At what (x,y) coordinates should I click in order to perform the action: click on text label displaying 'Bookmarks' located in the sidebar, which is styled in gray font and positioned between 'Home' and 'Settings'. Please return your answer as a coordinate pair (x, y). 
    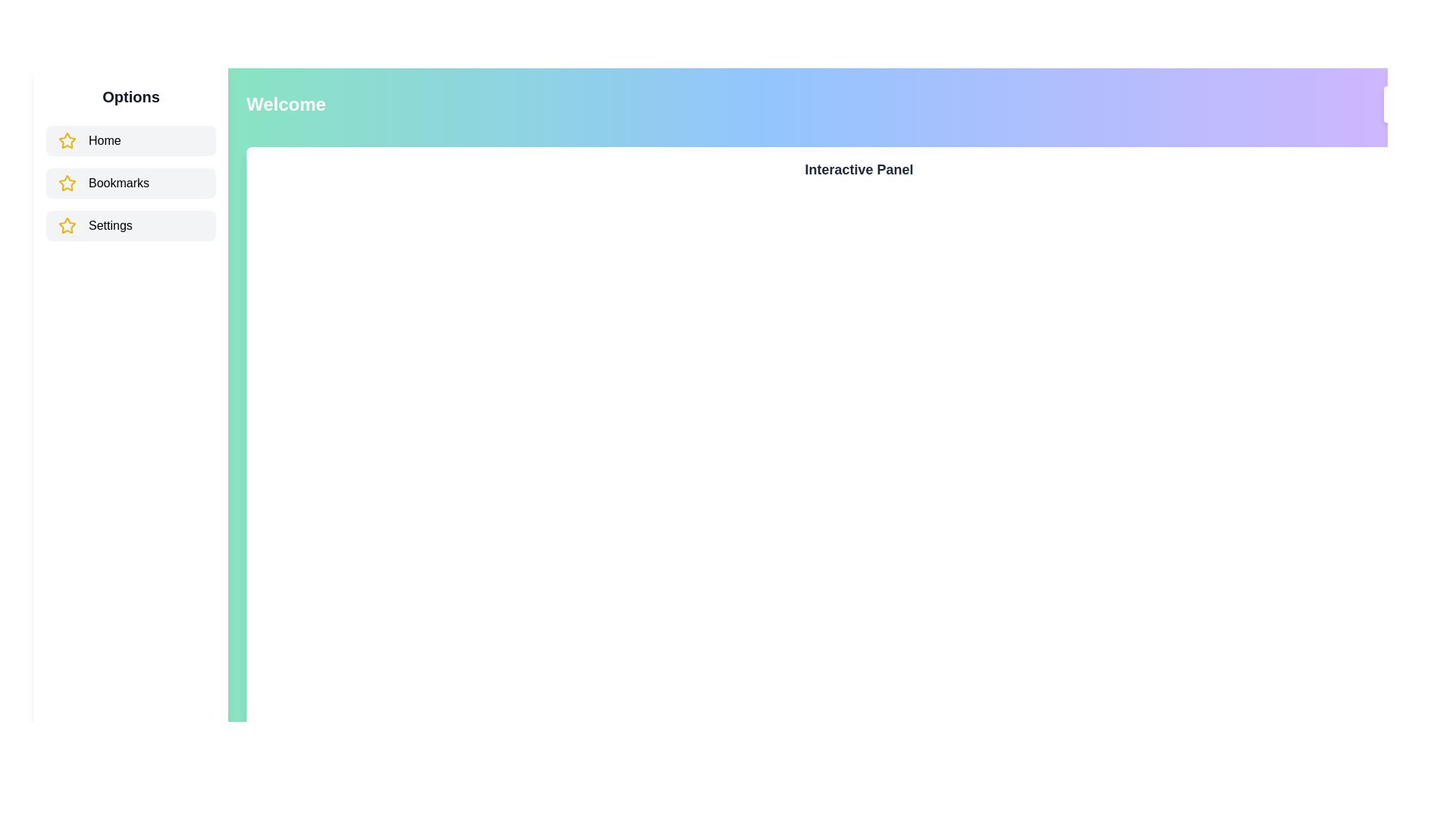
    Looking at the image, I should click on (118, 183).